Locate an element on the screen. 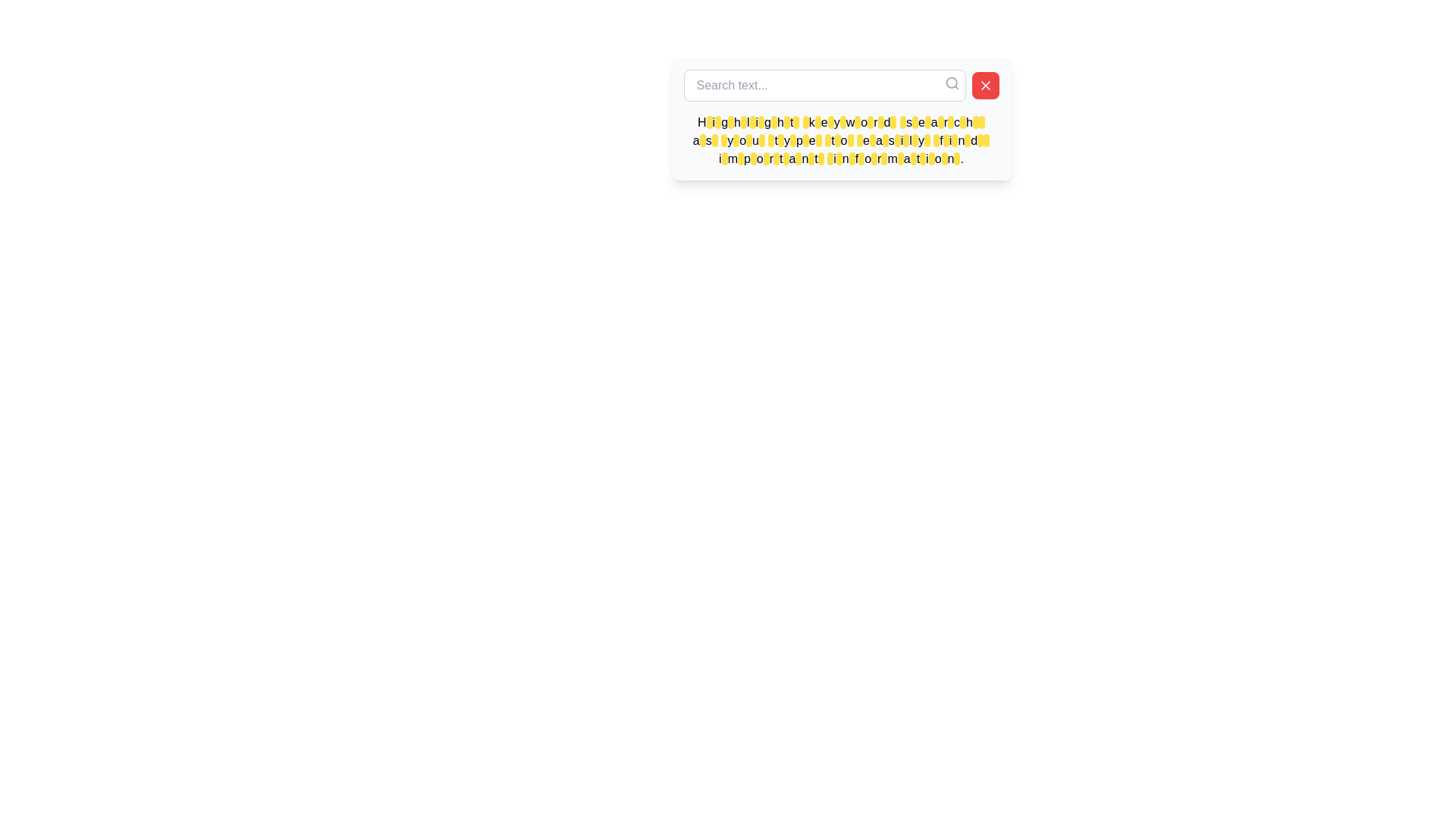 The height and width of the screenshot is (819, 1456). the highlight marker, a small vertically elongated oval badge with a yellow background and black border, located centrally in the text box is located at coordinates (897, 140).